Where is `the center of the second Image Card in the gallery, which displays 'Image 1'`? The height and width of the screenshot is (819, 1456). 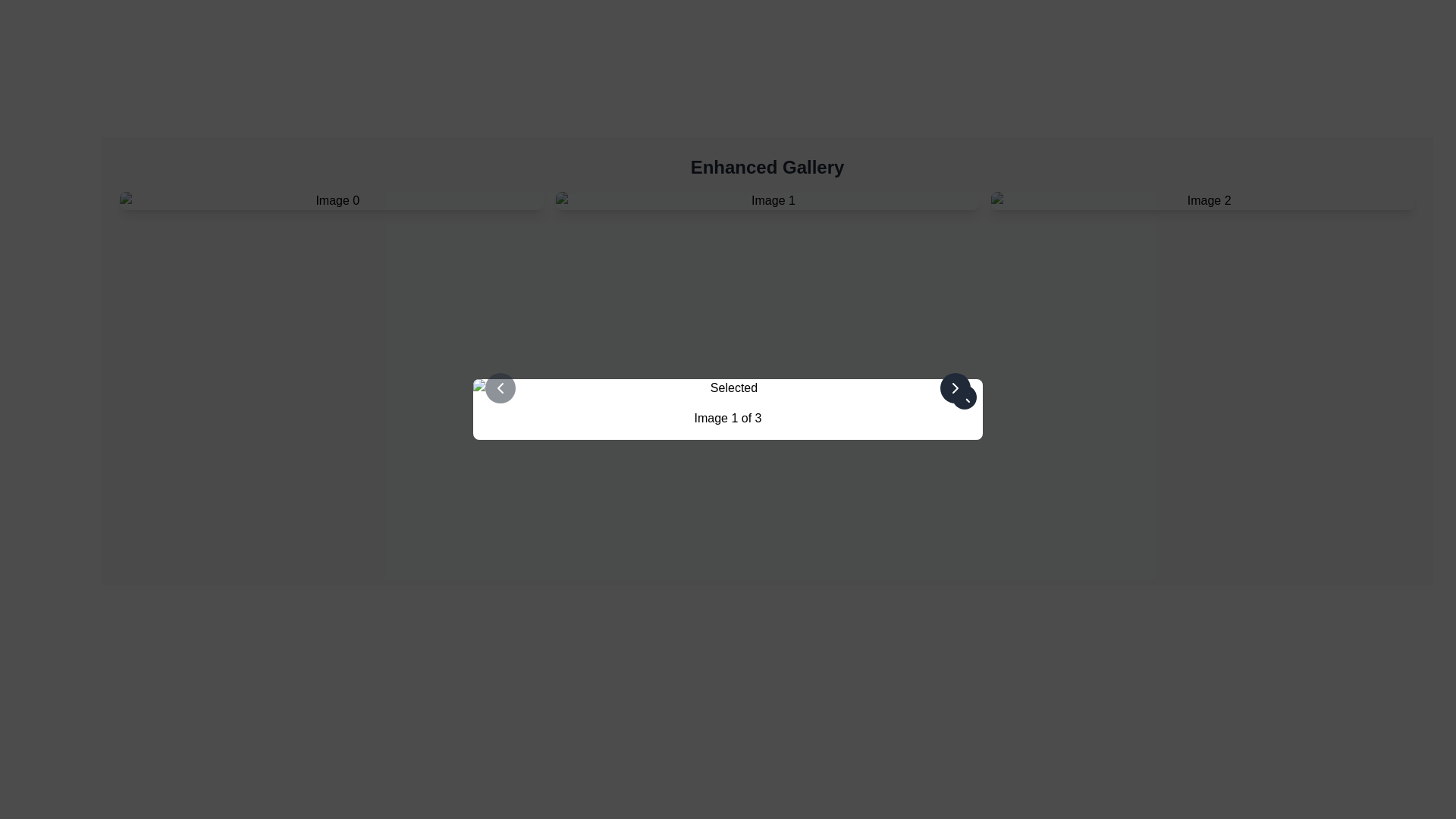 the center of the second Image Card in the gallery, which displays 'Image 1' is located at coordinates (767, 200).